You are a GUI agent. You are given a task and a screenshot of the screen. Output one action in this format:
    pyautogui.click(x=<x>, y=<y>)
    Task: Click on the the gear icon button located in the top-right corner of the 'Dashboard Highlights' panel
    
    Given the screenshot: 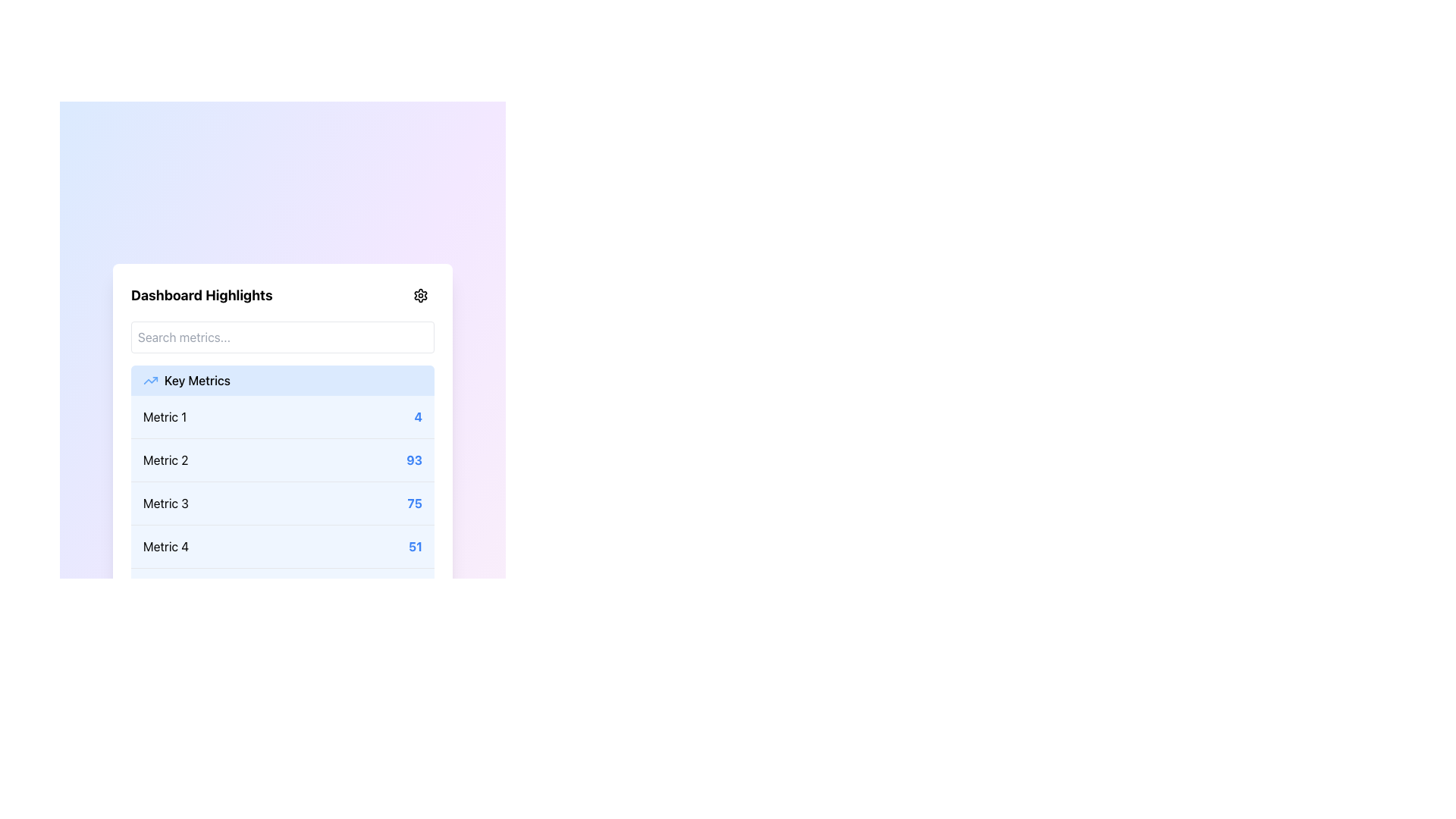 What is the action you would take?
    pyautogui.click(x=421, y=295)
    